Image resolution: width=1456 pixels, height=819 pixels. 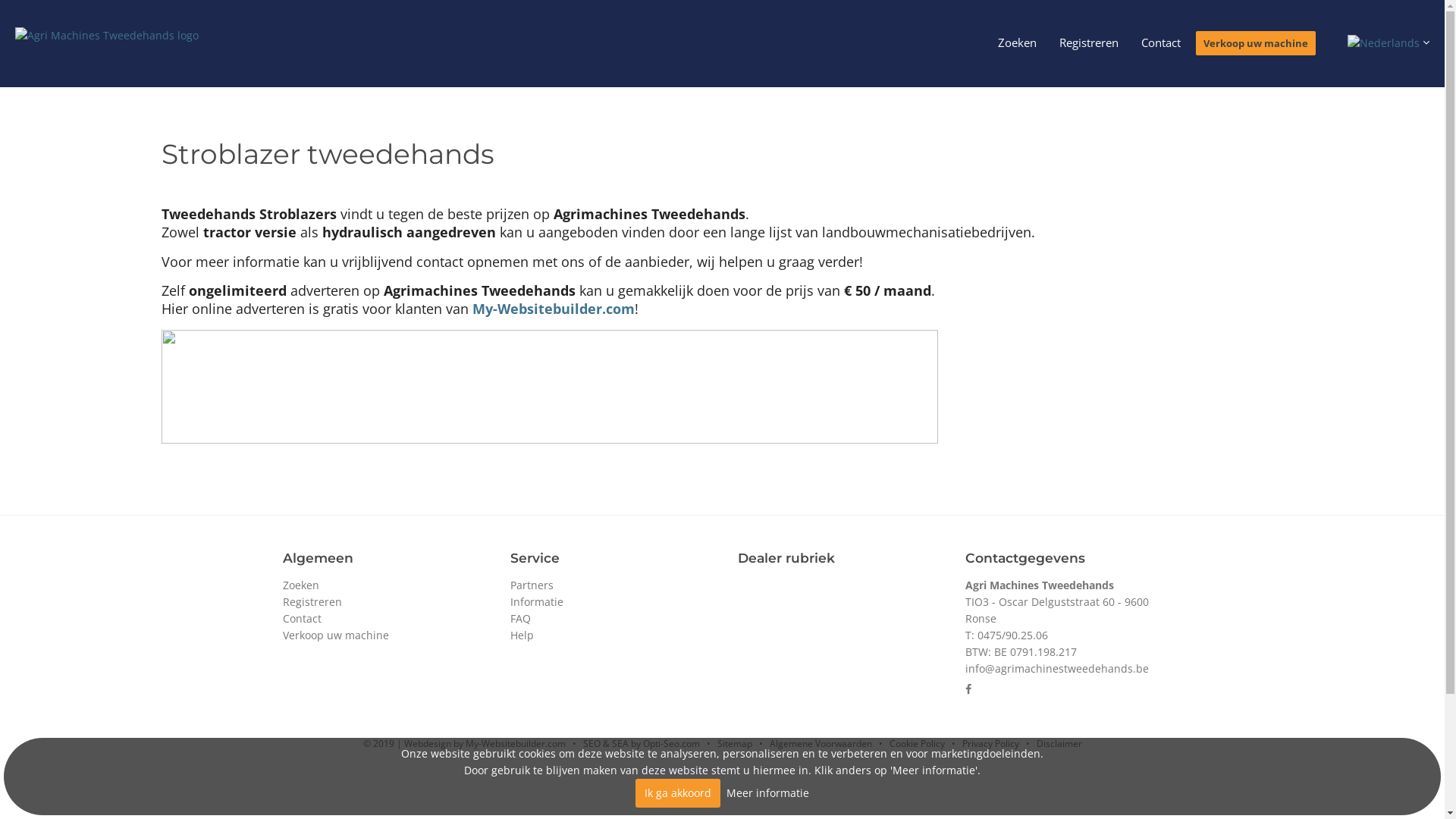 What do you see at coordinates (716, 742) in the screenshot?
I see `'Sitemap'` at bounding box center [716, 742].